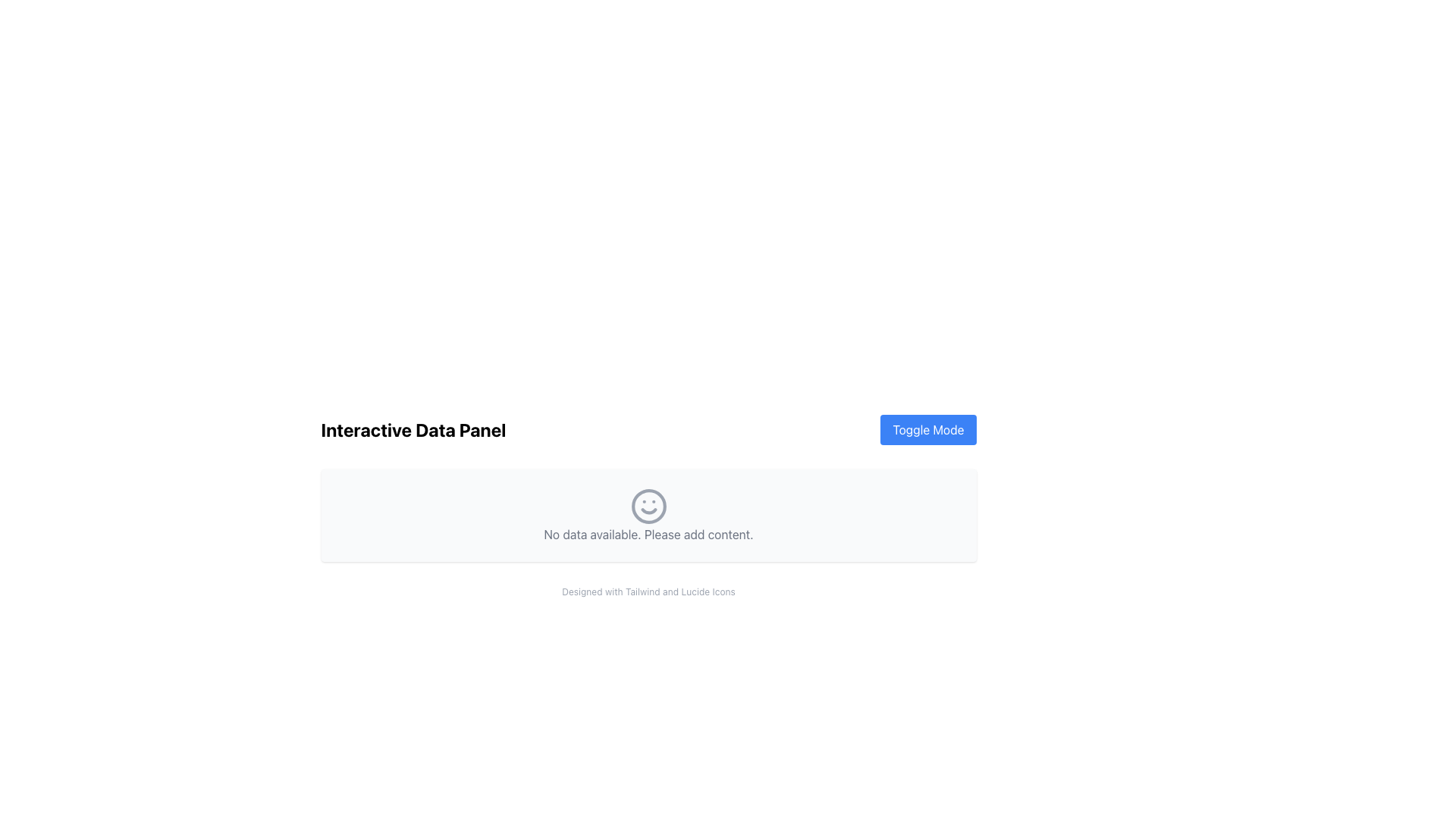 The image size is (1456, 819). What do you see at coordinates (648, 506) in the screenshot?
I see `the decorative icon that visually complements the 'No data available' message, positioned centrally above the text` at bounding box center [648, 506].